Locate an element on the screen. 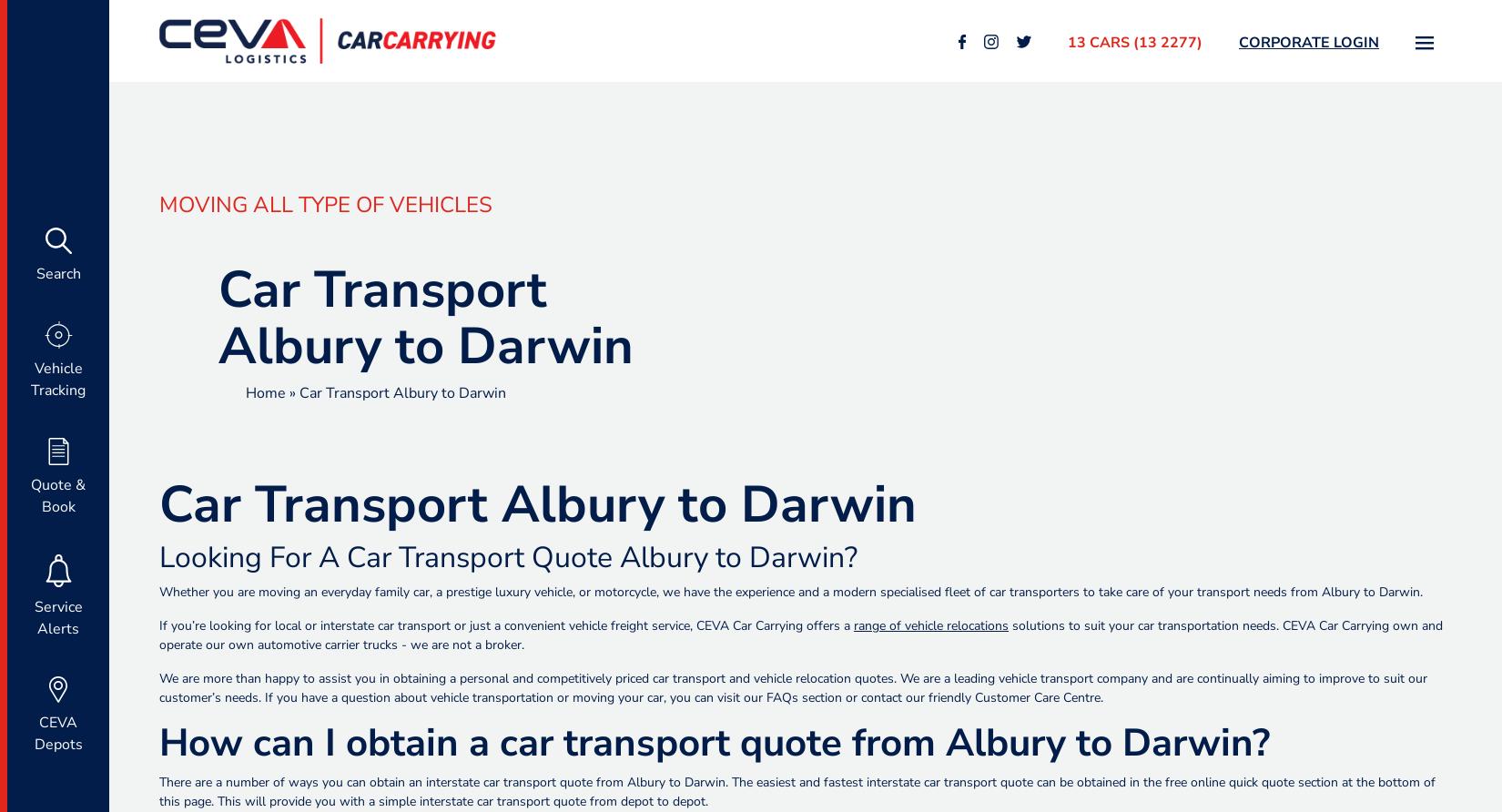 This screenshot has width=1502, height=812. 'We are more than happy to assist you in obtaining a personal and competitively priced car transport and vehicle relocation quotes. We are a leading vehicle transport company and are continually aiming to improve to suit our customer’s needs. If you have a question about vehicle transportation or moving your car, you can visit our' is located at coordinates (793, 687).